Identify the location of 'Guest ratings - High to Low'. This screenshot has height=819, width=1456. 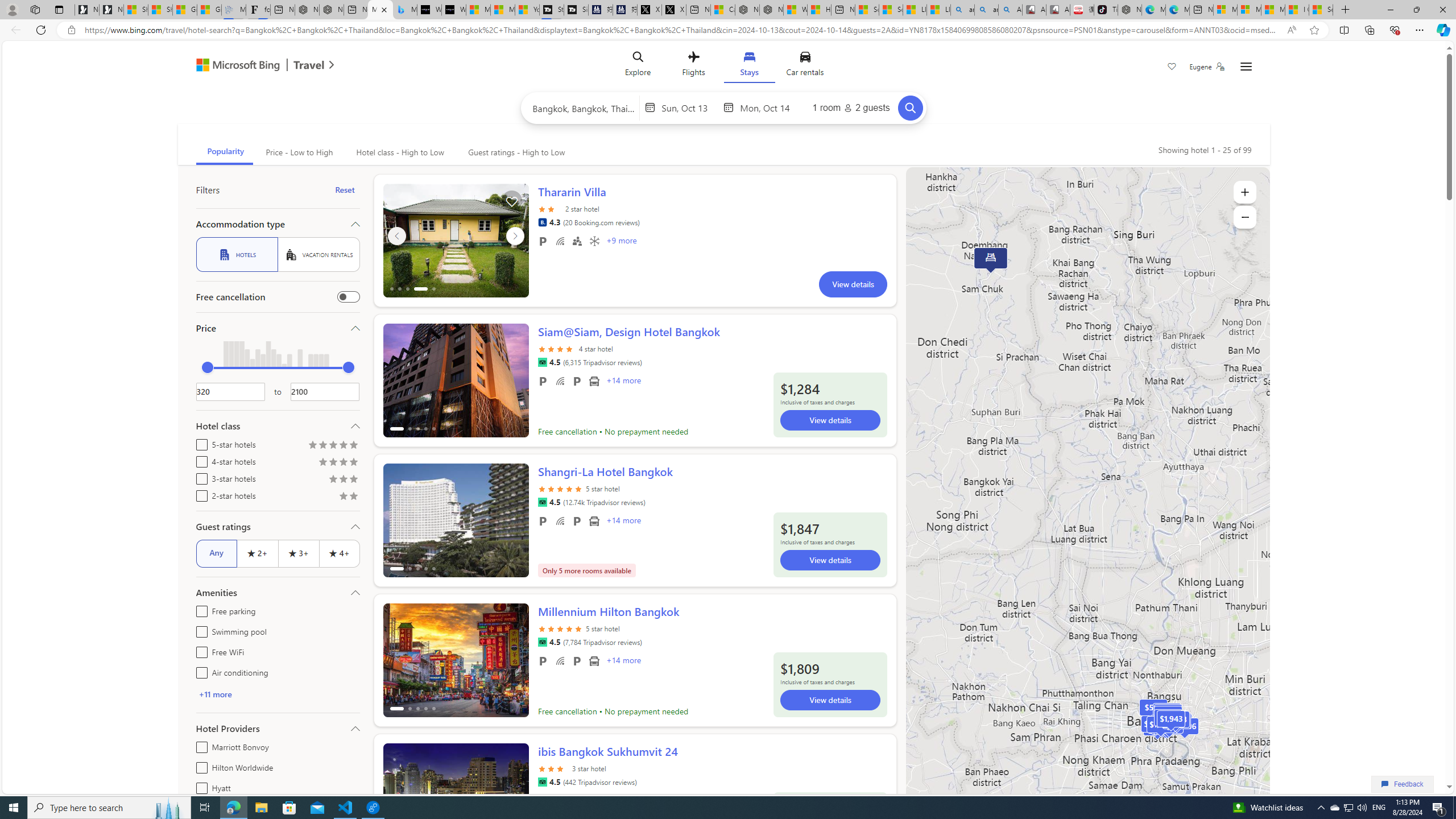
(515, 152).